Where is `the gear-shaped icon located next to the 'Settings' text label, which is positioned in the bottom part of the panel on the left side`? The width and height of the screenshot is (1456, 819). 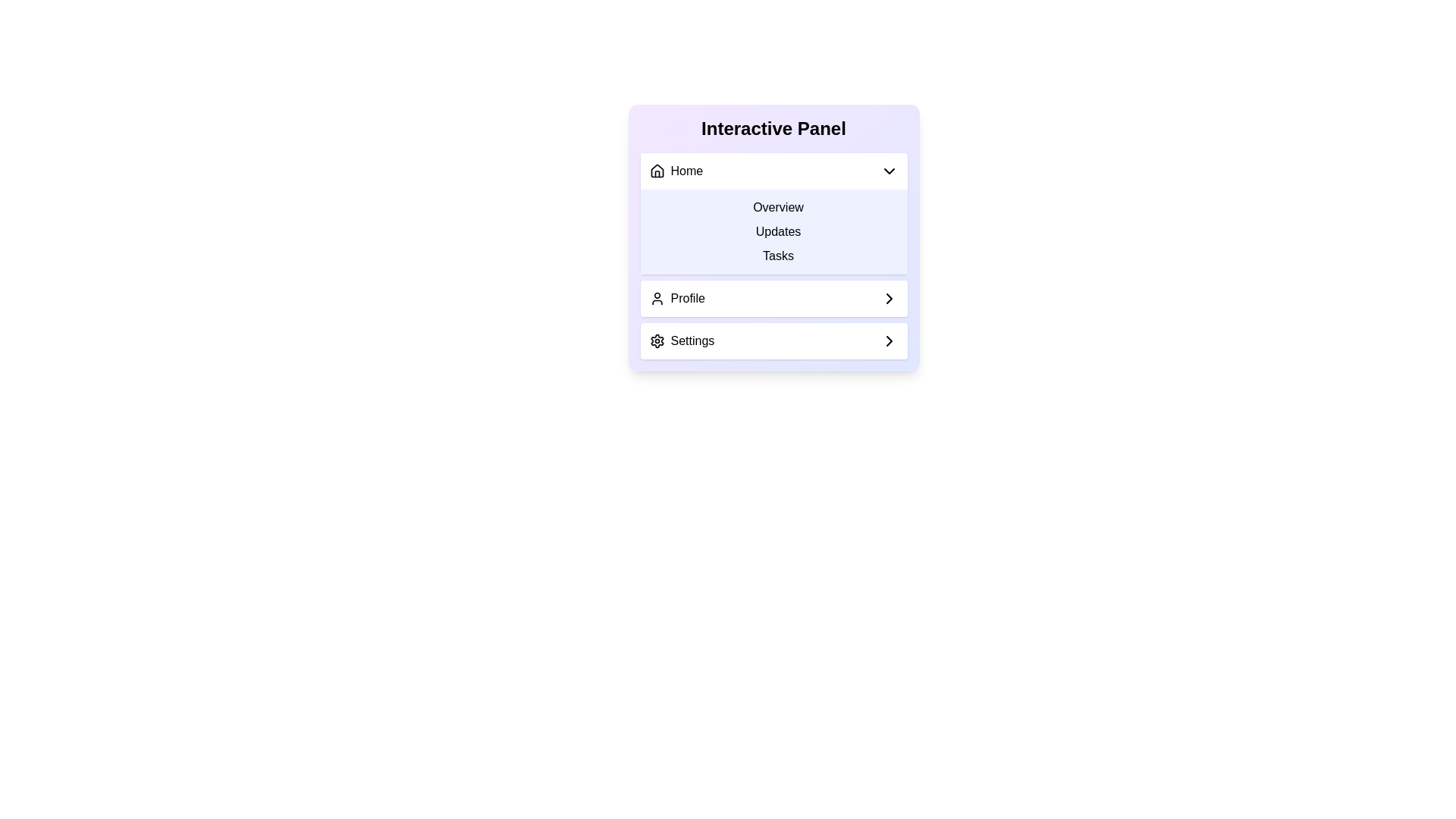
the gear-shaped icon located next to the 'Settings' text label, which is positioned in the bottom part of the panel on the left side is located at coordinates (657, 341).